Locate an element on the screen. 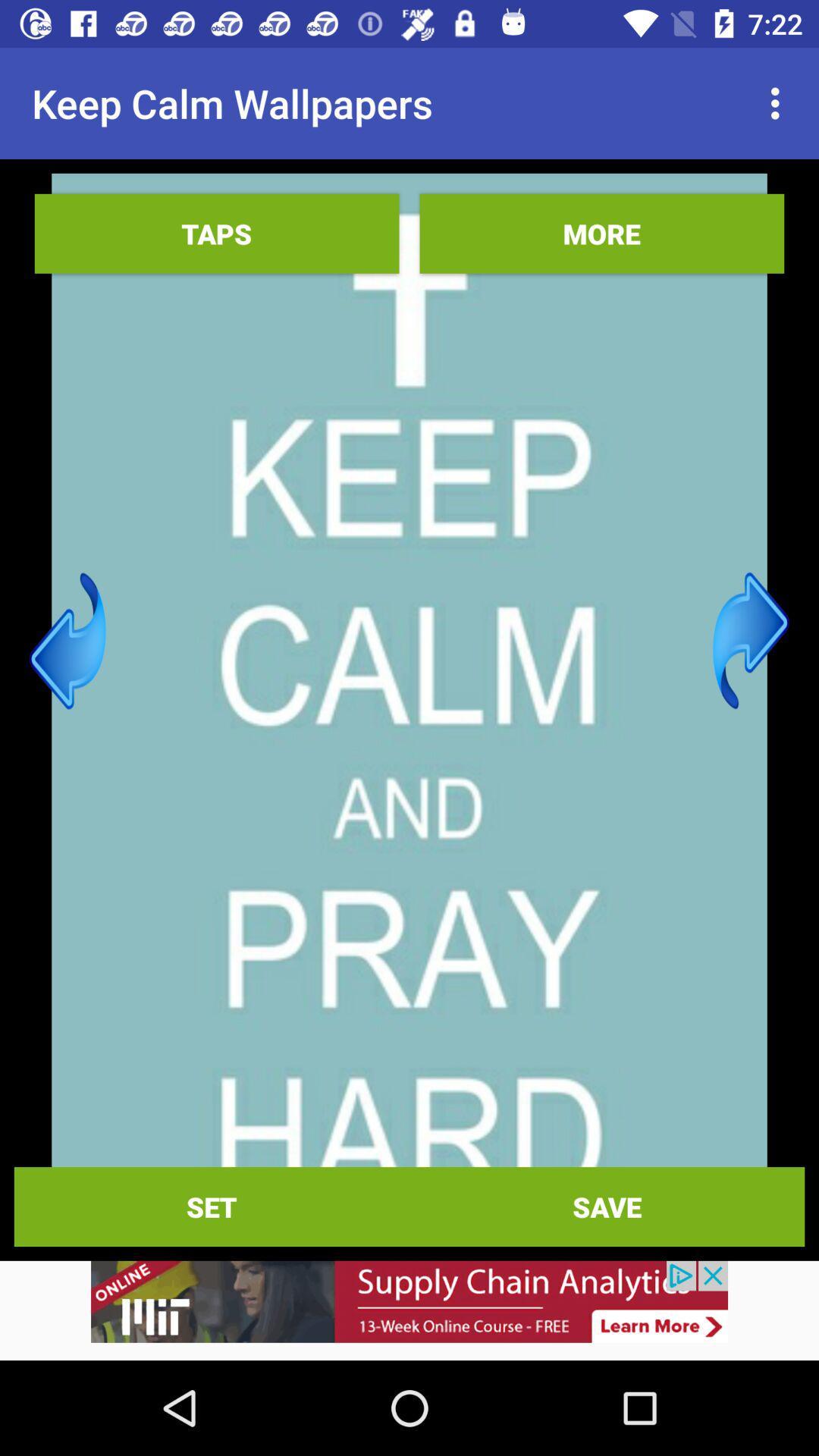  advertisement is located at coordinates (409, 1310).